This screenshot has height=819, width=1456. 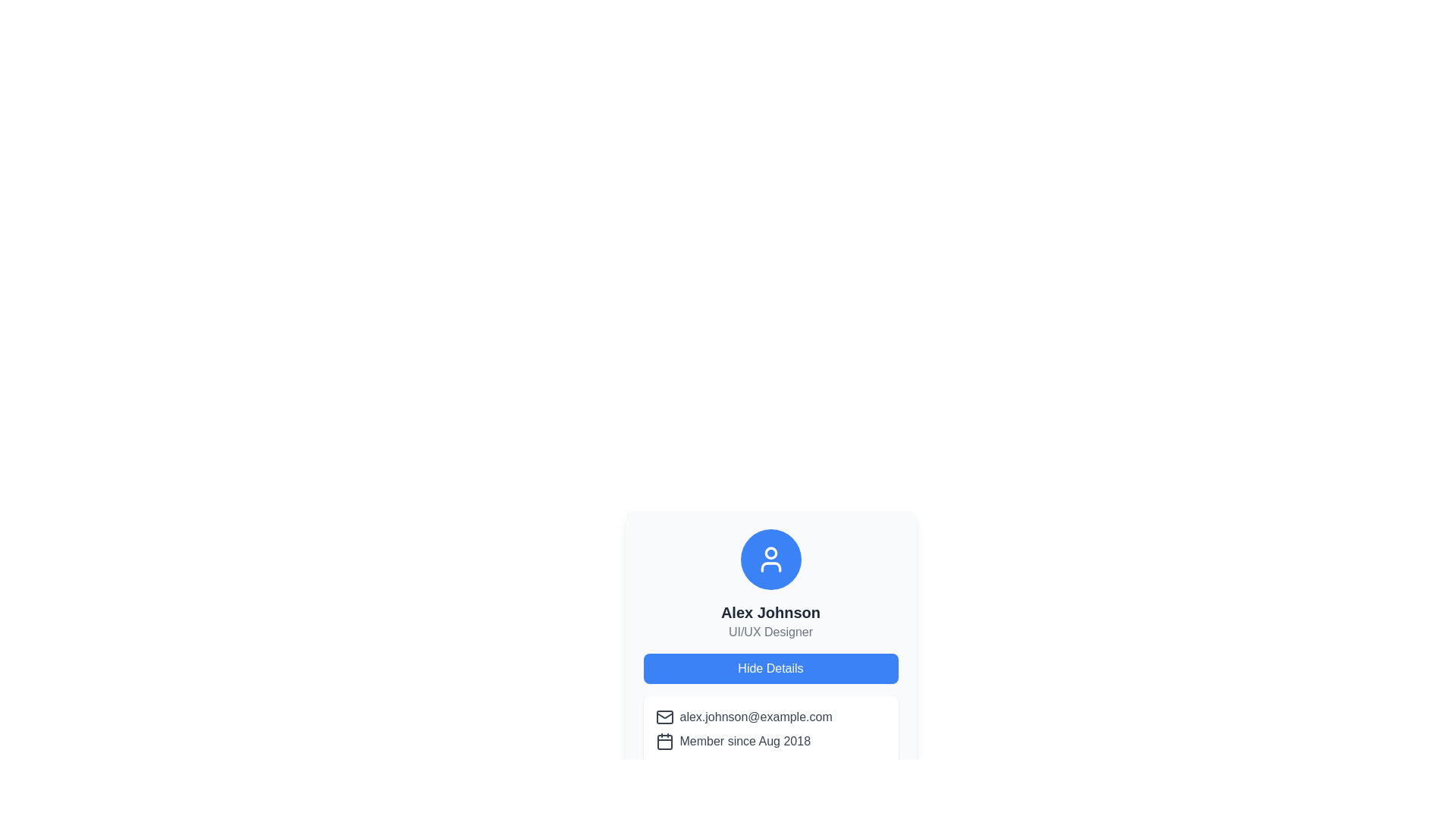 What do you see at coordinates (770, 728) in the screenshot?
I see `the Informational card section that displays the email 'alex.johnson@example.com' and membership information 'Member since Aug 2018', located below the 'Hide Details' button in the user profile card` at bounding box center [770, 728].